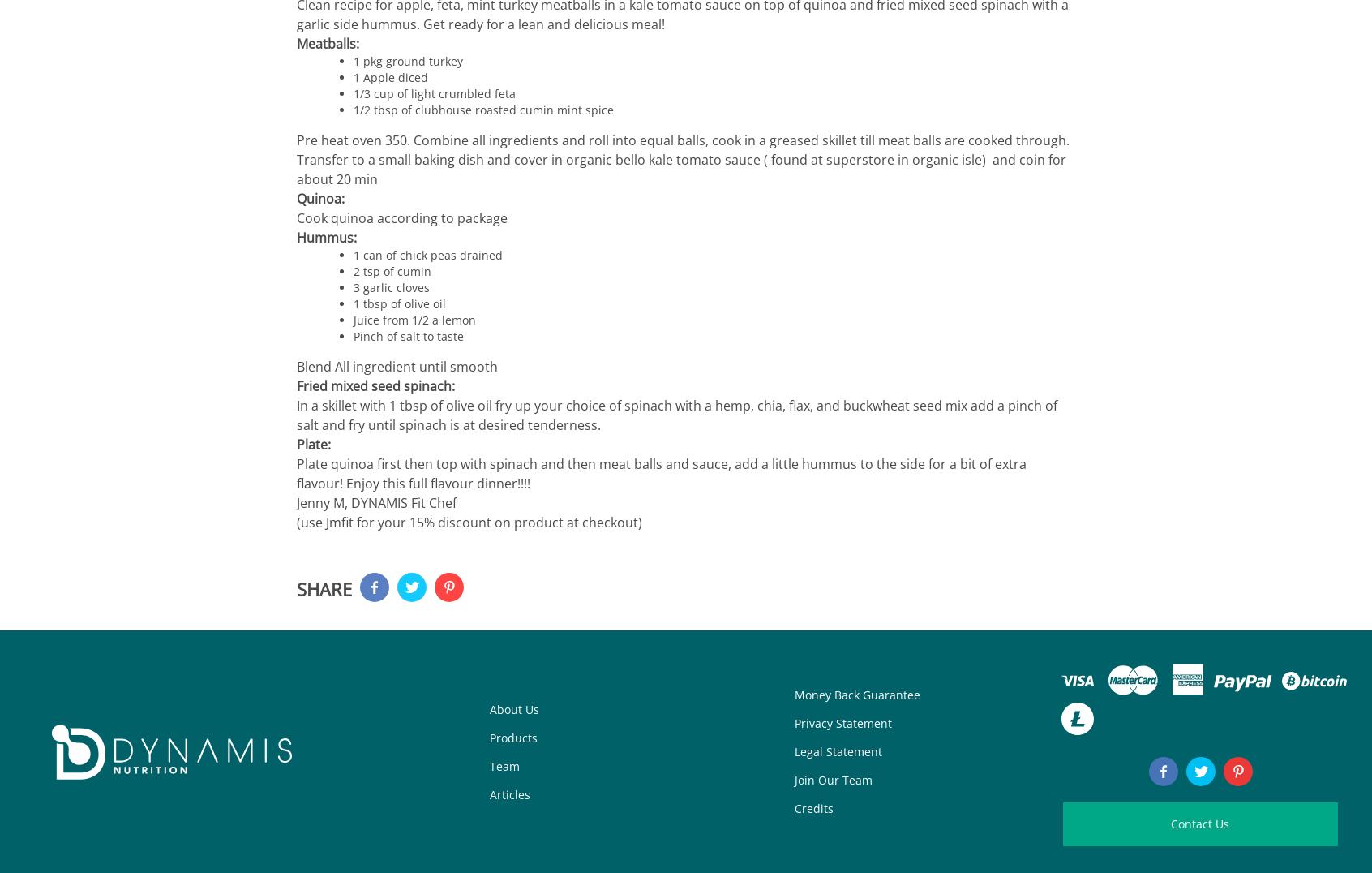  What do you see at coordinates (375, 502) in the screenshot?
I see `'Jenny M, DYNAMIS Fit Chef'` at bounding box center [375, 502].